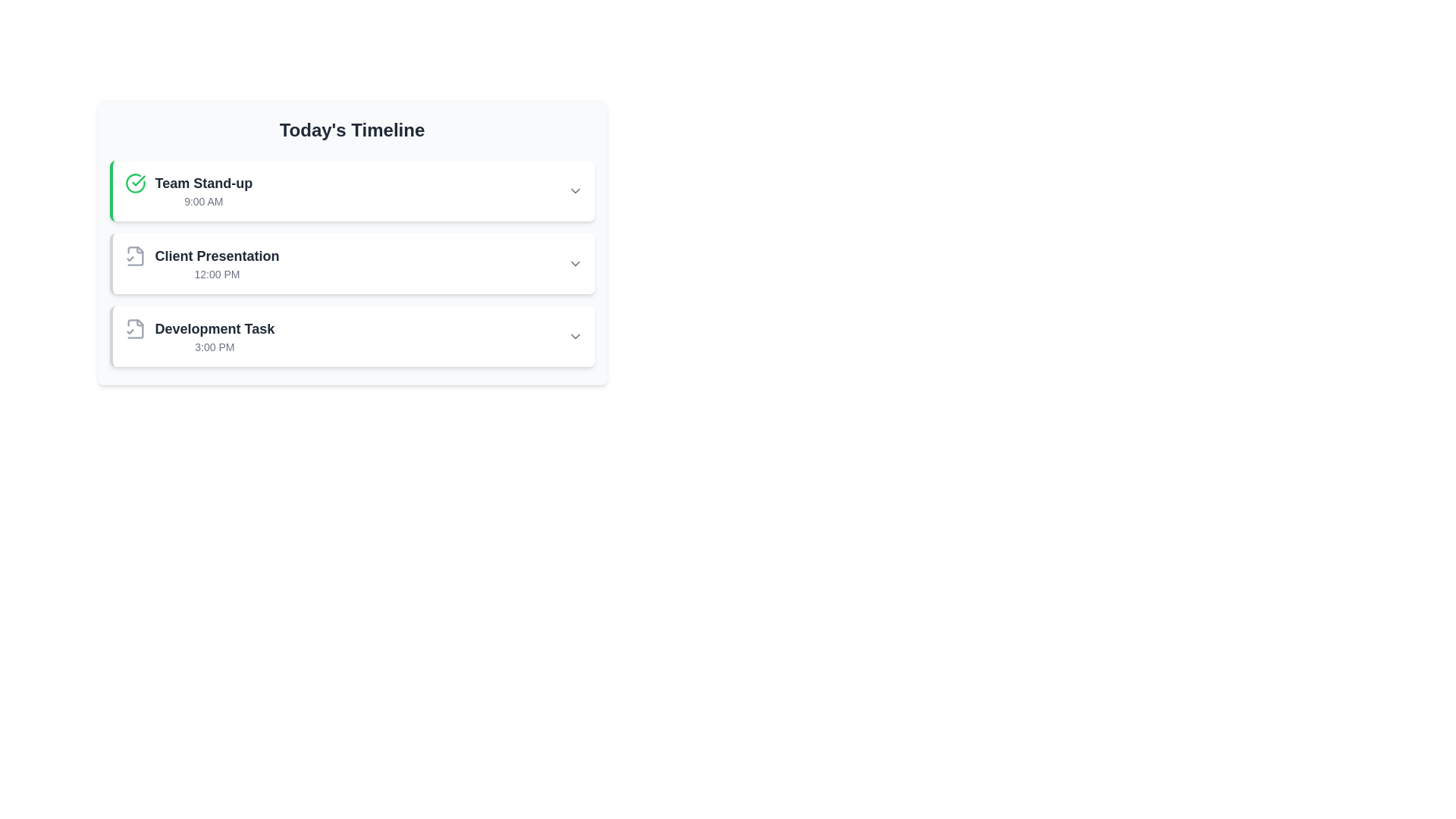 The width and height of the screenshot is (1456, 819). Describe the element at coordinates (135, 183) in the screenshot. I see `the status of the circular icon with a green checkmark that indicates completion, located to the left of 'Team Stand-up' and '9:00 AM' in 'Today's Timeline'` at that location.